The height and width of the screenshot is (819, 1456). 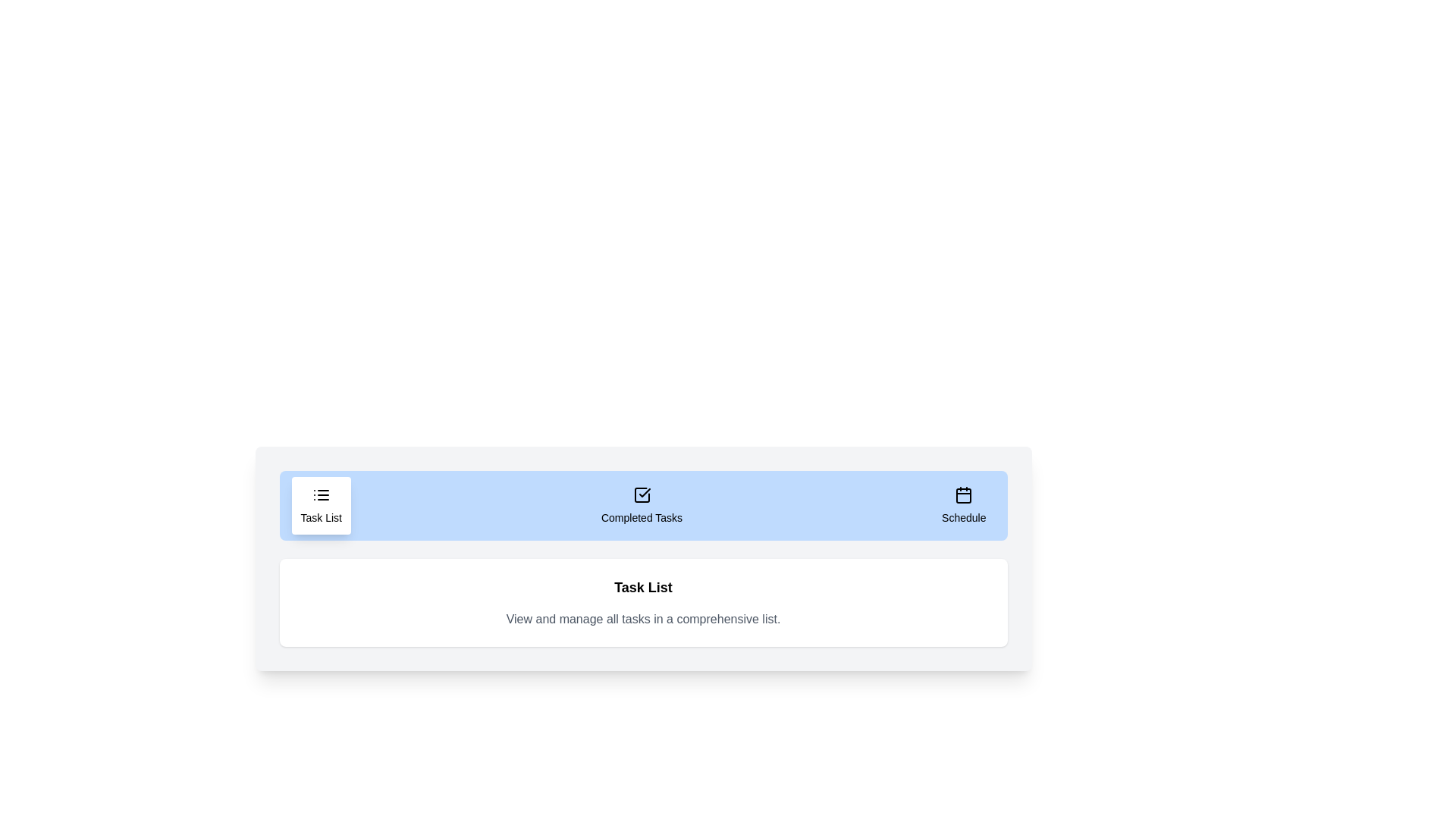 I want to click on the 'Task List' tab to display its content, so click(x=320, y=506).